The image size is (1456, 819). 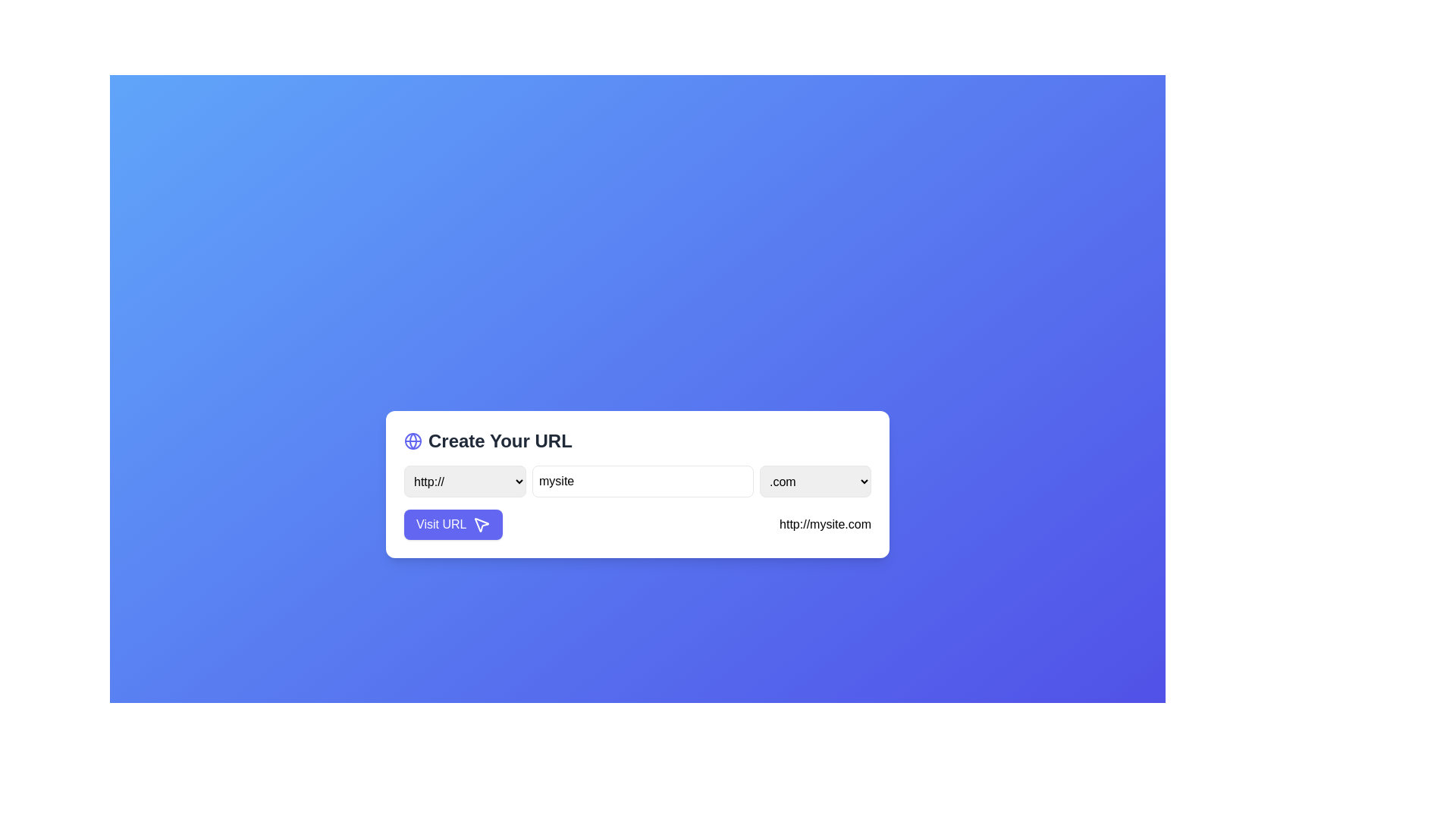 I want to click on the 'Visit URL' button located in the bottom-left corner of the URL creation module, so click(x=453, y=523).